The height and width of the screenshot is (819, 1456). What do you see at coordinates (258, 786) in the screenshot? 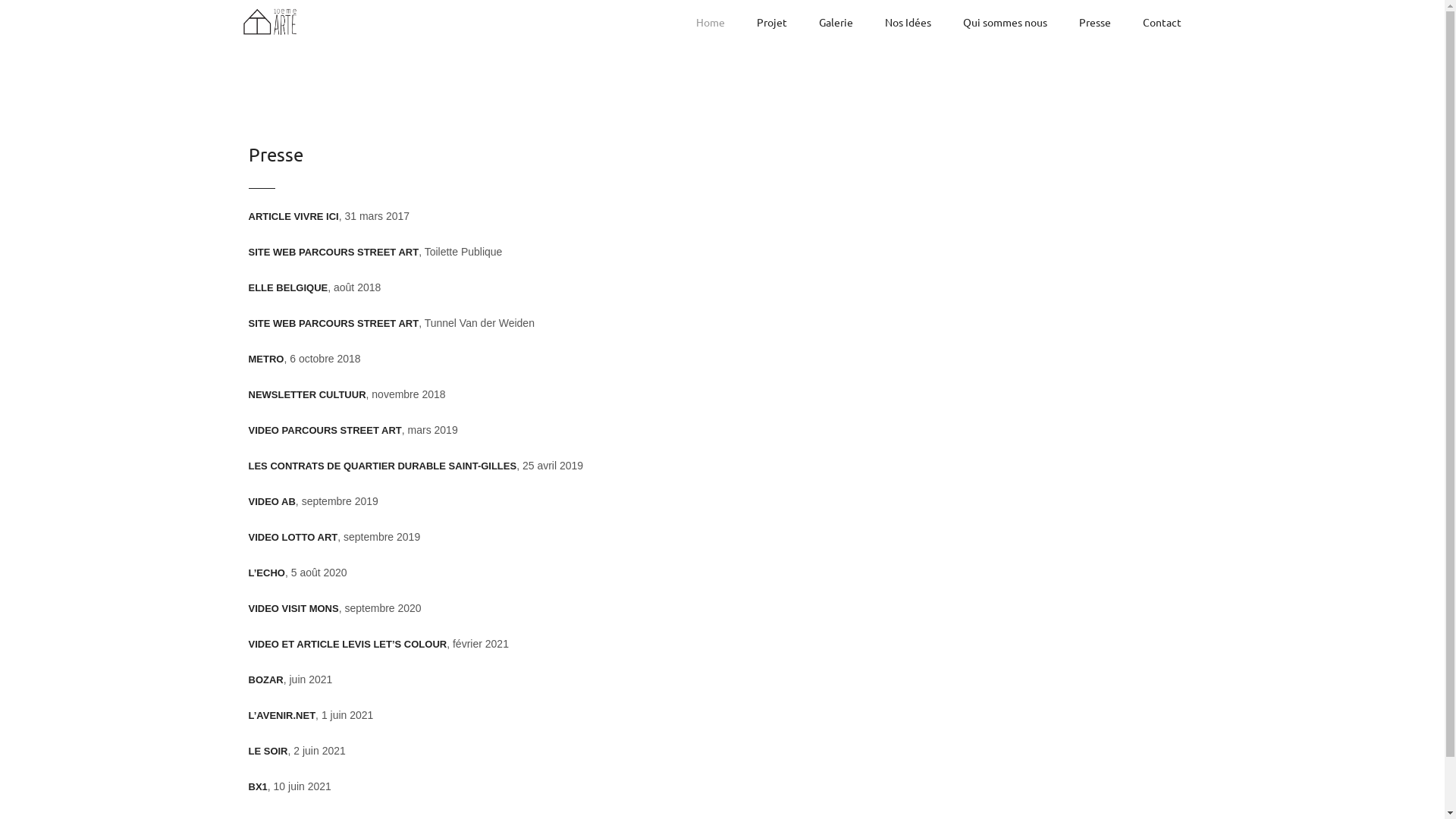
I see `'BX1'` at bounding box center [258, 786].